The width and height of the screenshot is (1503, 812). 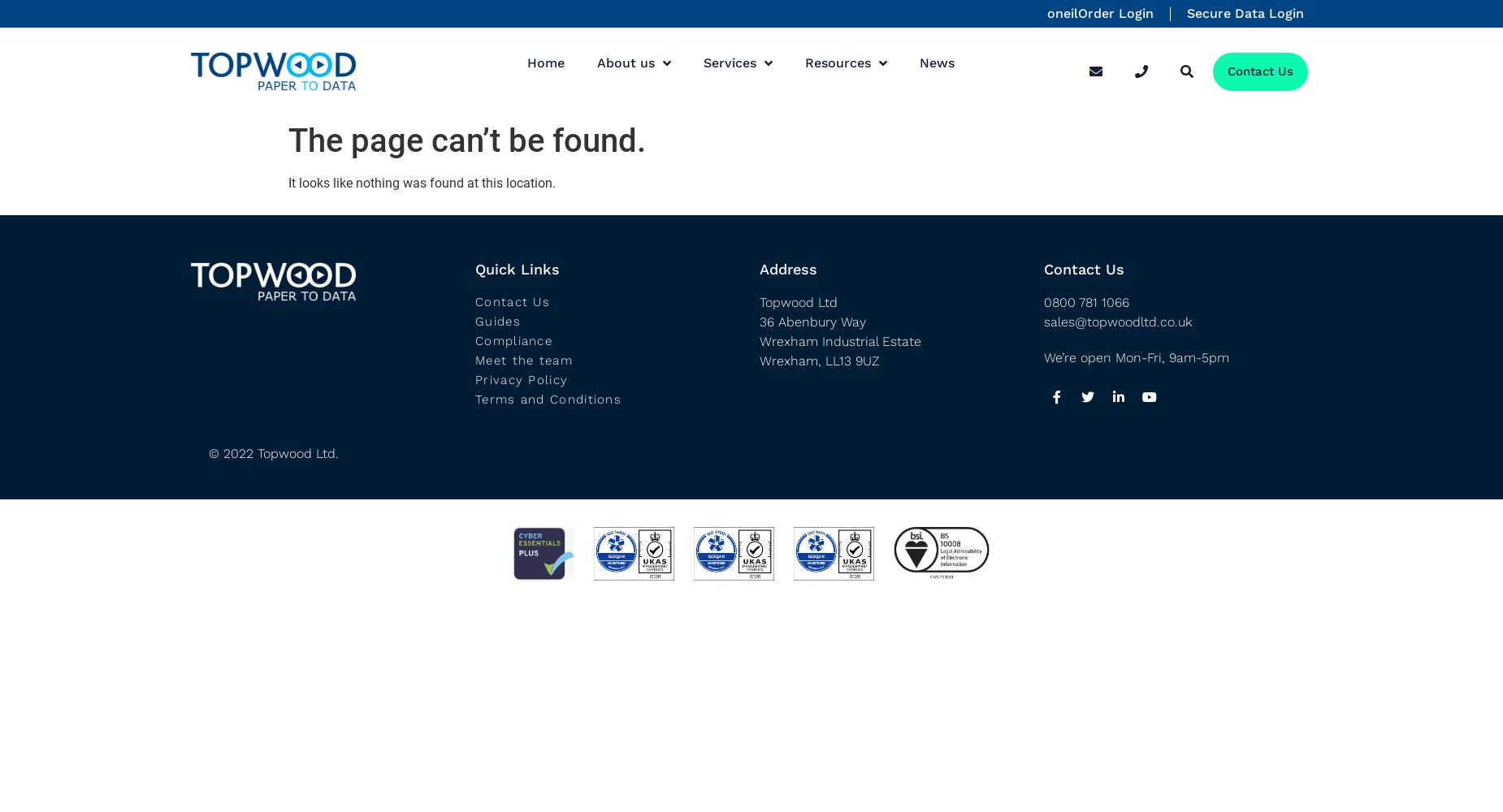 What do you see at coordinates (548, 398) in the screenshot?
I see `'Terms and Conditions'` at bounding box center [548, 398].